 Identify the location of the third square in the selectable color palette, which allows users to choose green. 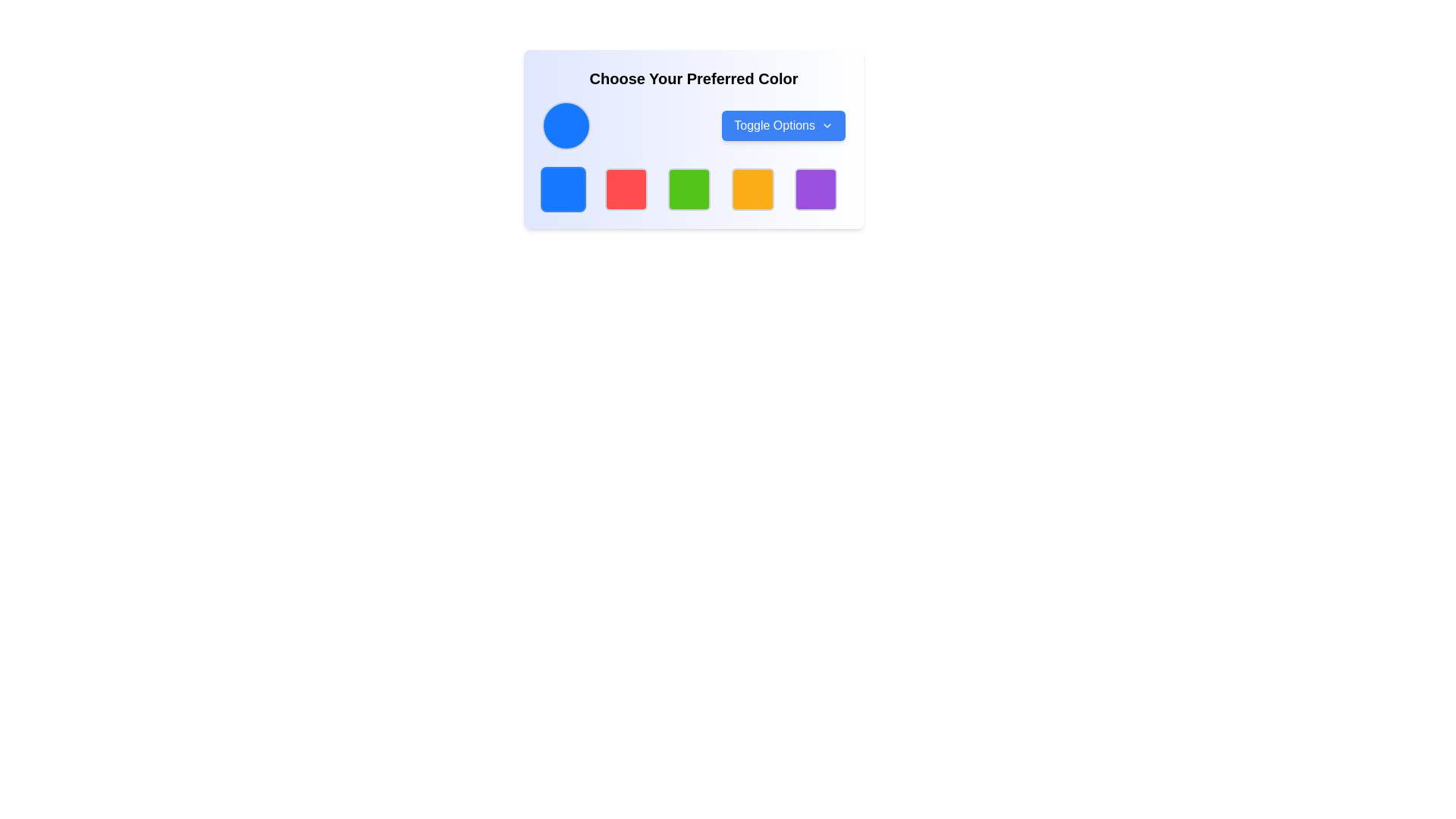
(689, 189).